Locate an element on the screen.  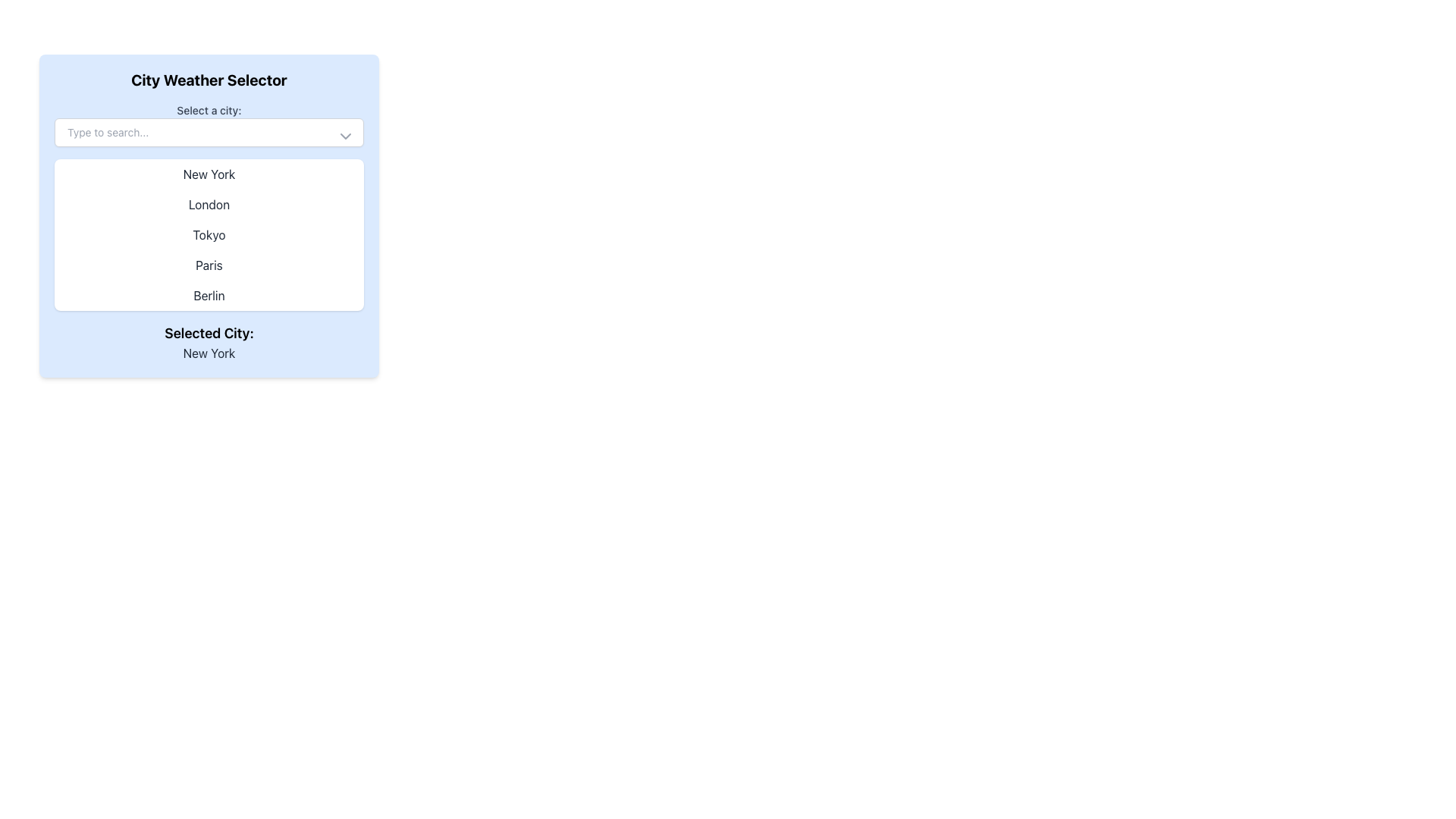
the informational text display that shows the currently selected city in the weather-selection interface, located at the bottom of the 'City Weather Selector' card is located at coordinates (208, 342).